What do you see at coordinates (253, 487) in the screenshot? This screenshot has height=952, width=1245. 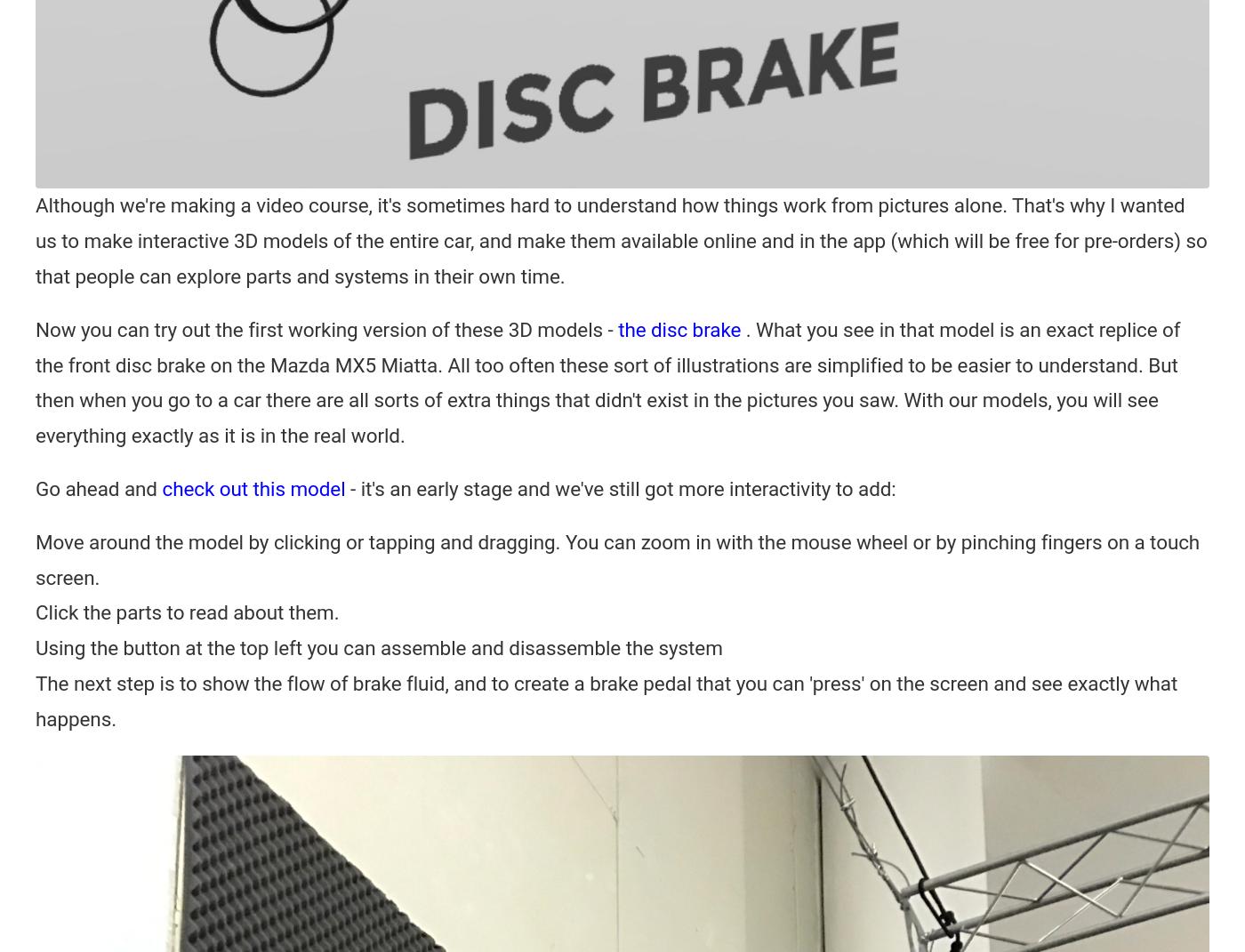 I see `'check out this model'` at bounding box center [253, 487].